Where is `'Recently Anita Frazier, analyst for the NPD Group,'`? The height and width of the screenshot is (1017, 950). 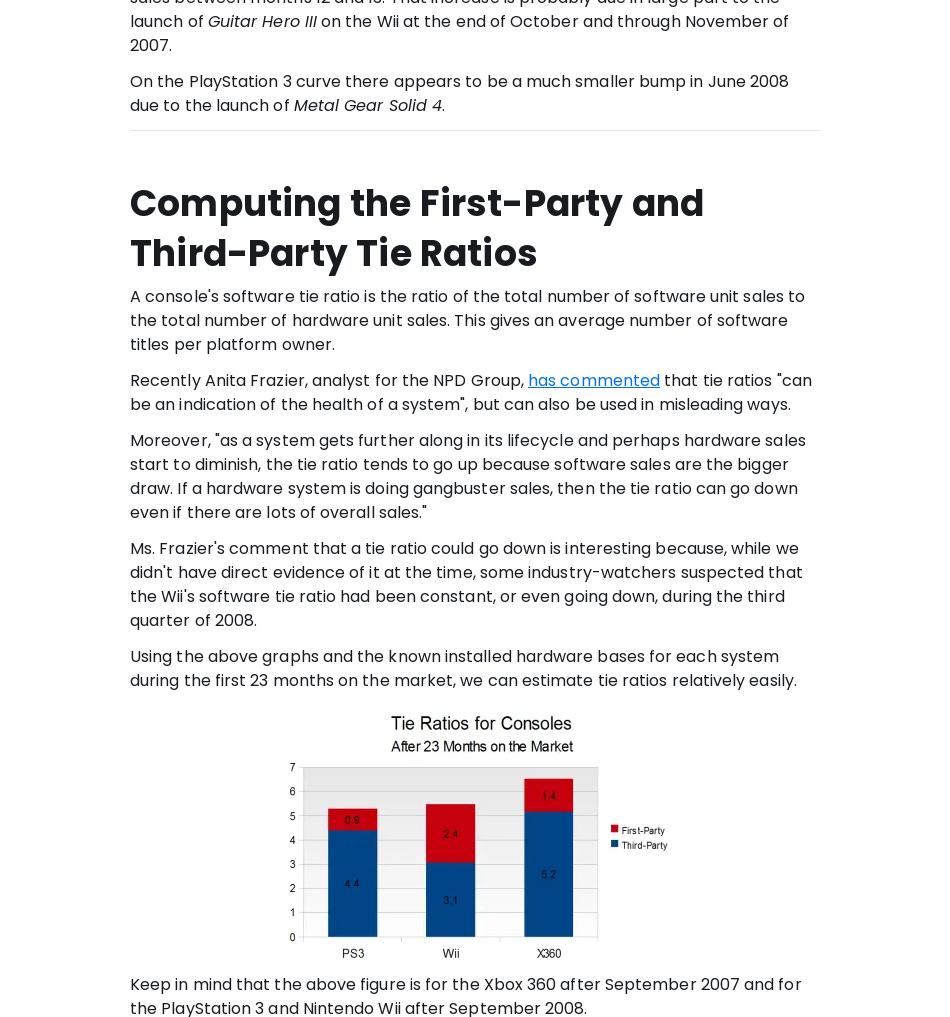 'Recently Anita Frazier, analyst for the NPD Group,' is located at coordinates (327, 378).